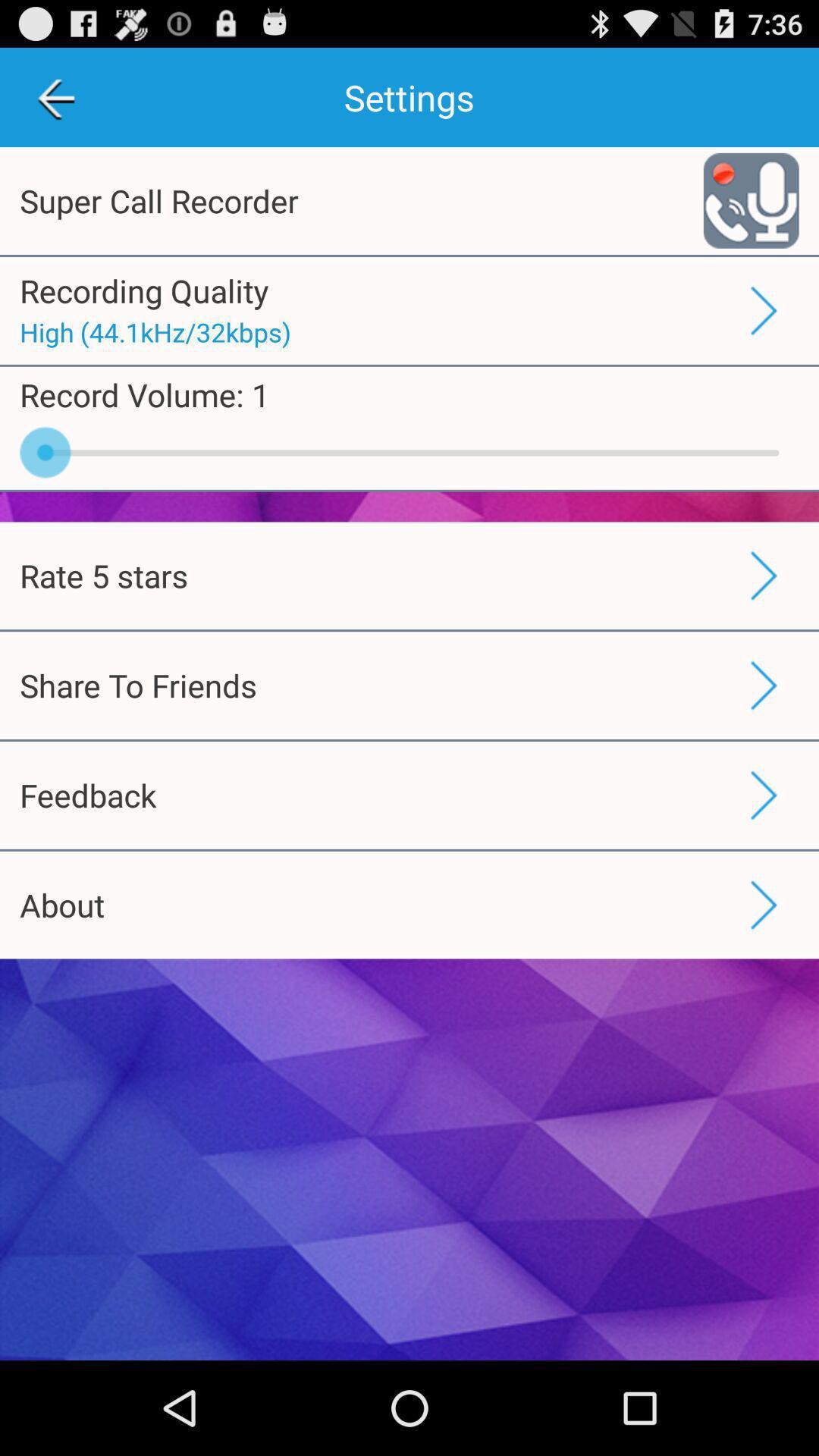 The height and width of the screenshot is (1456, 819). What do you see at coordinates (55, 96) in the screenshot?
I see `previous` at bounding box center [55, 96].